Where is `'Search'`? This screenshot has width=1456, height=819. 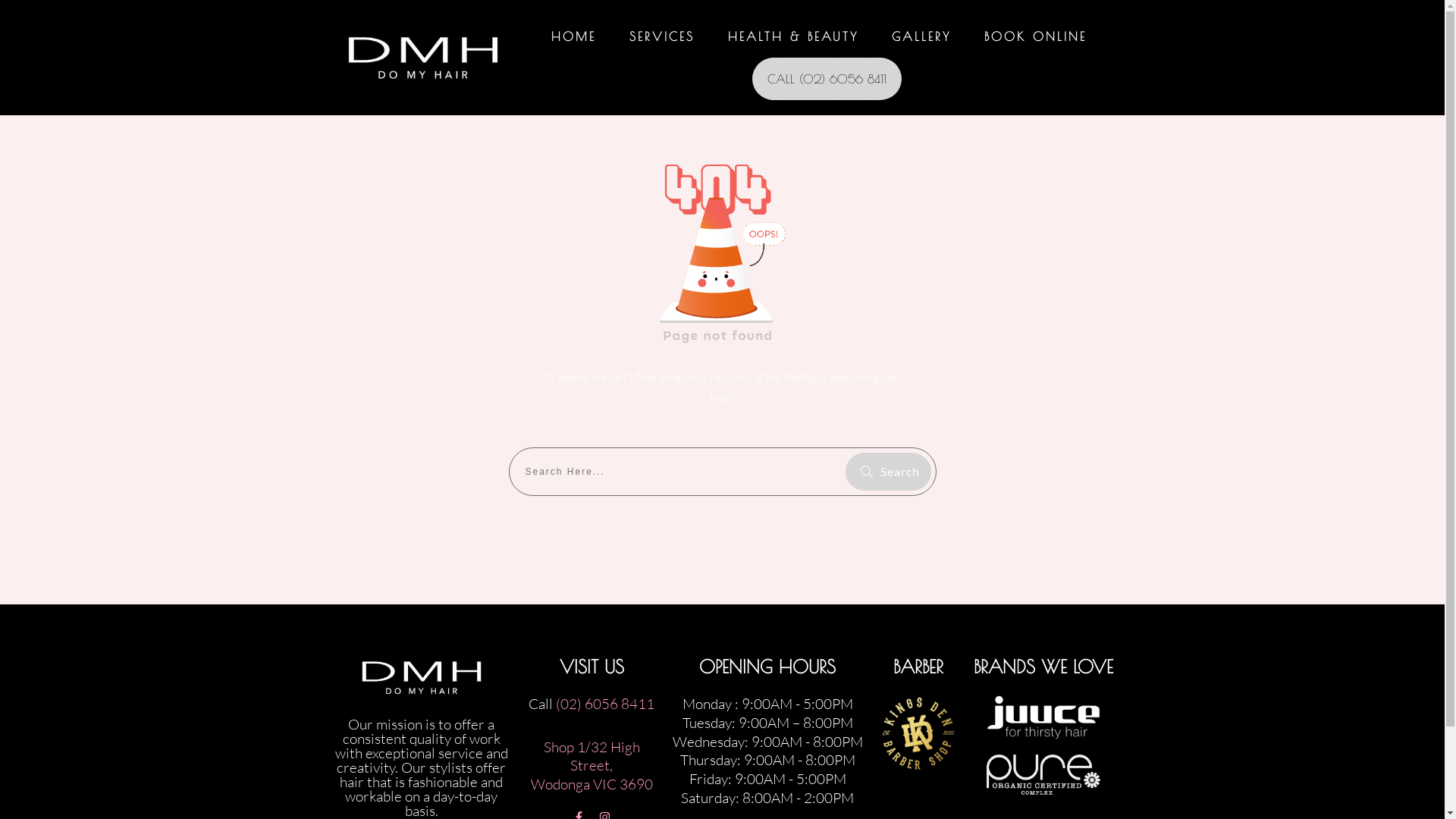
'Search' is located at coordinates (887, 470).